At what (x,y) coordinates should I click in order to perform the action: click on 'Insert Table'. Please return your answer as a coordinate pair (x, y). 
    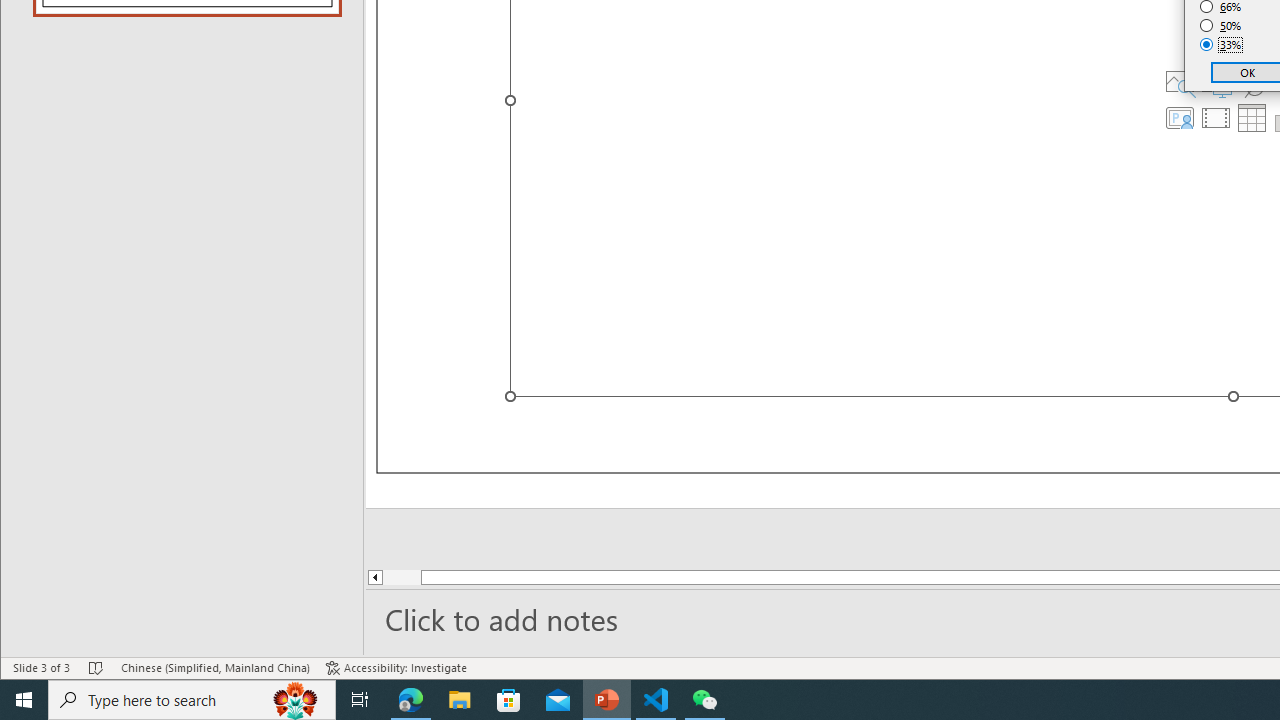
    Looking at the image, I should click on (1251, 118).